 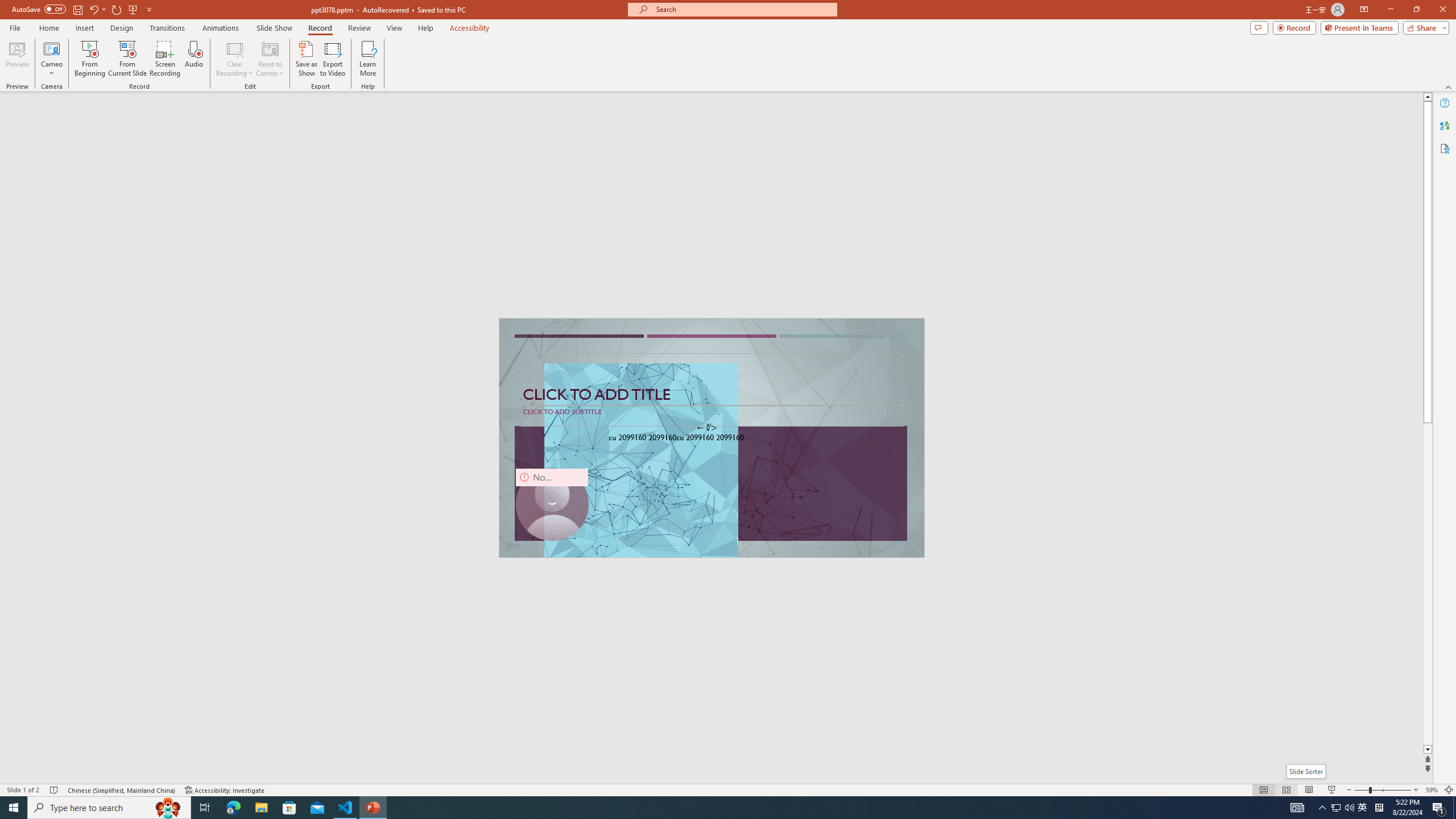 I want to click on 'From Current Slide...', so click(x=127, y=59).